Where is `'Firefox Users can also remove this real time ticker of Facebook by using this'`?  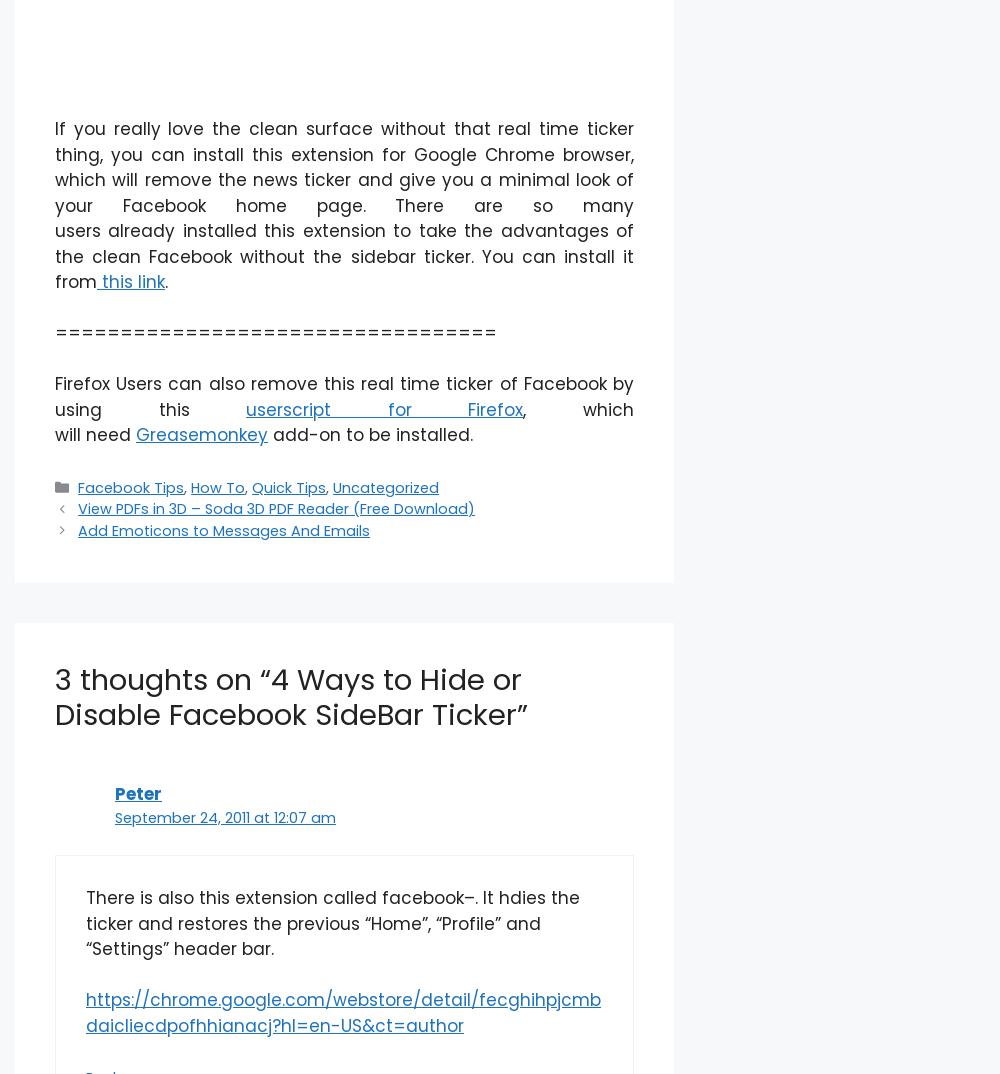
'Firefox Users can also remove this real time ticker of Facebook by using this' is located at coordinates (343, 396).